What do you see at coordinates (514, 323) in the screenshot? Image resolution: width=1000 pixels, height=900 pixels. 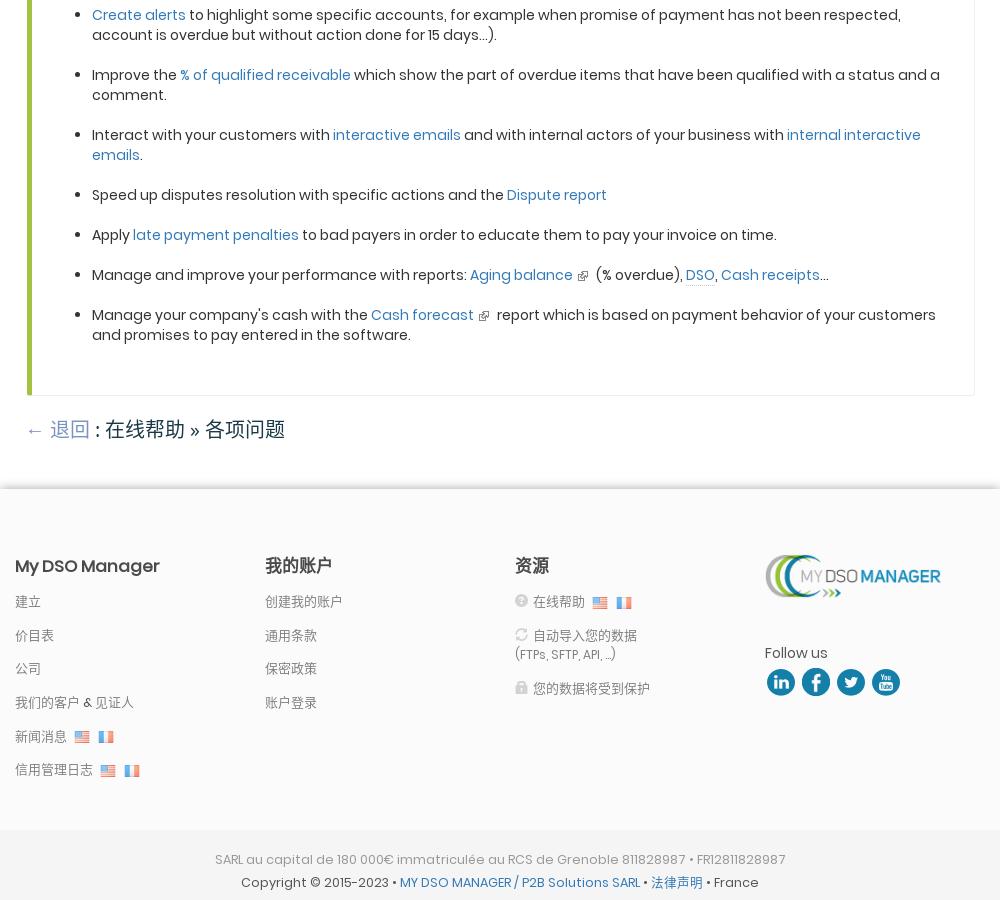 I see `'report which is based on payment behavior of your customers and promises to pay entered in the software.'` at bounding box center [514, 323].